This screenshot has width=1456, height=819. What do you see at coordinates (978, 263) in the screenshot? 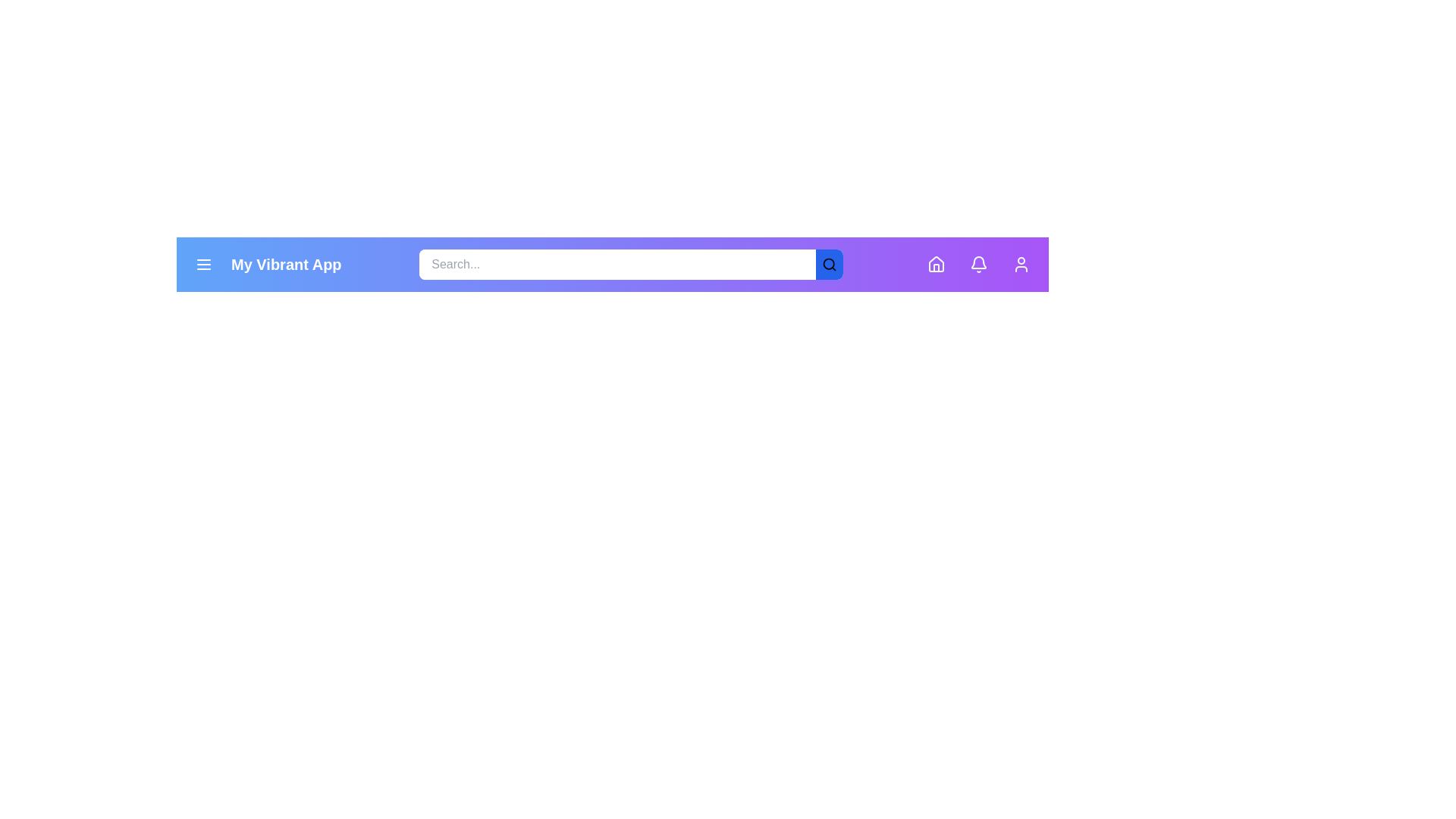
I see `the notifications button to view alerts` at bounding box center [978, 263].